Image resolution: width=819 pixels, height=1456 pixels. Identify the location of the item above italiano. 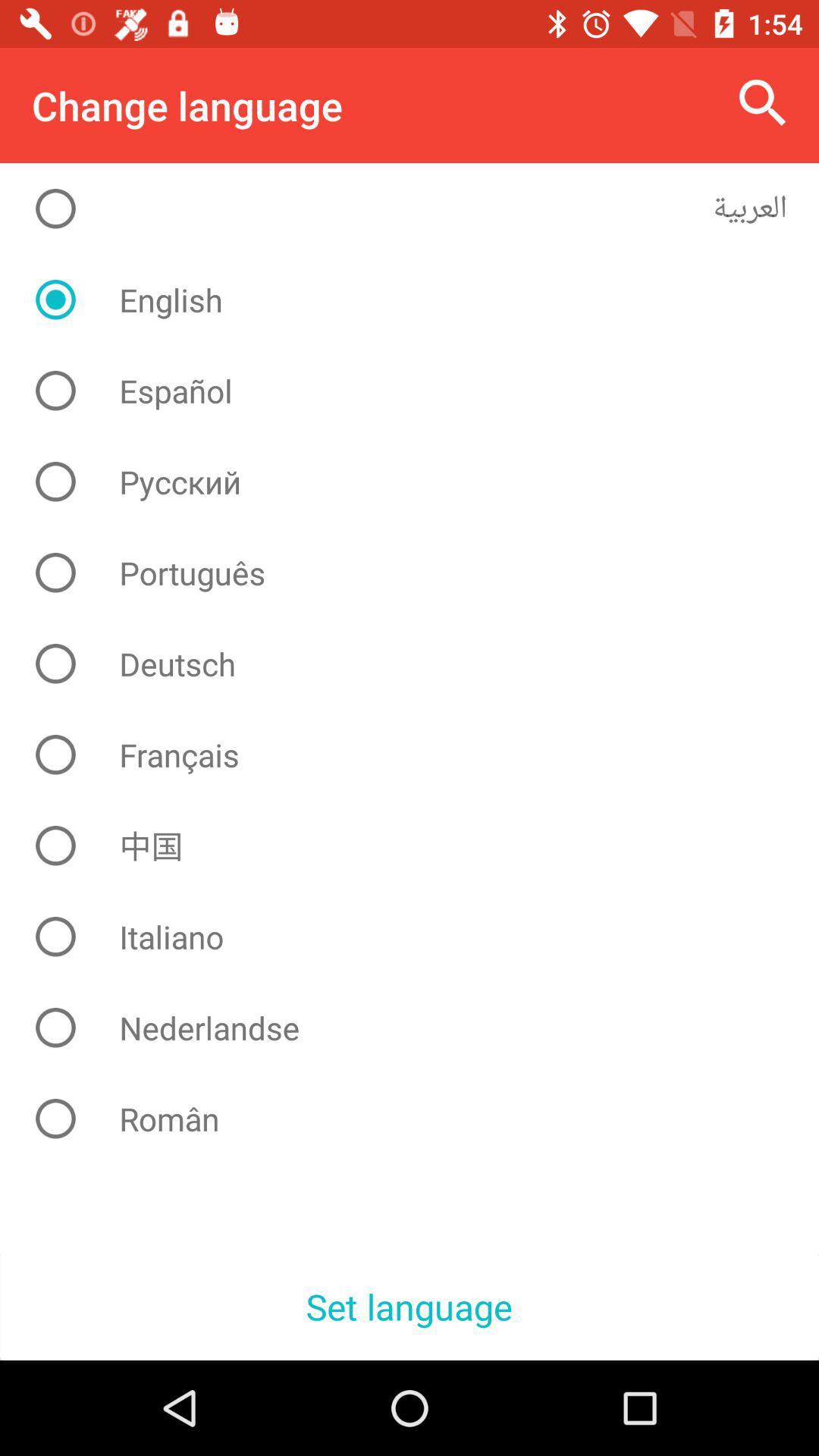
(421, 845).